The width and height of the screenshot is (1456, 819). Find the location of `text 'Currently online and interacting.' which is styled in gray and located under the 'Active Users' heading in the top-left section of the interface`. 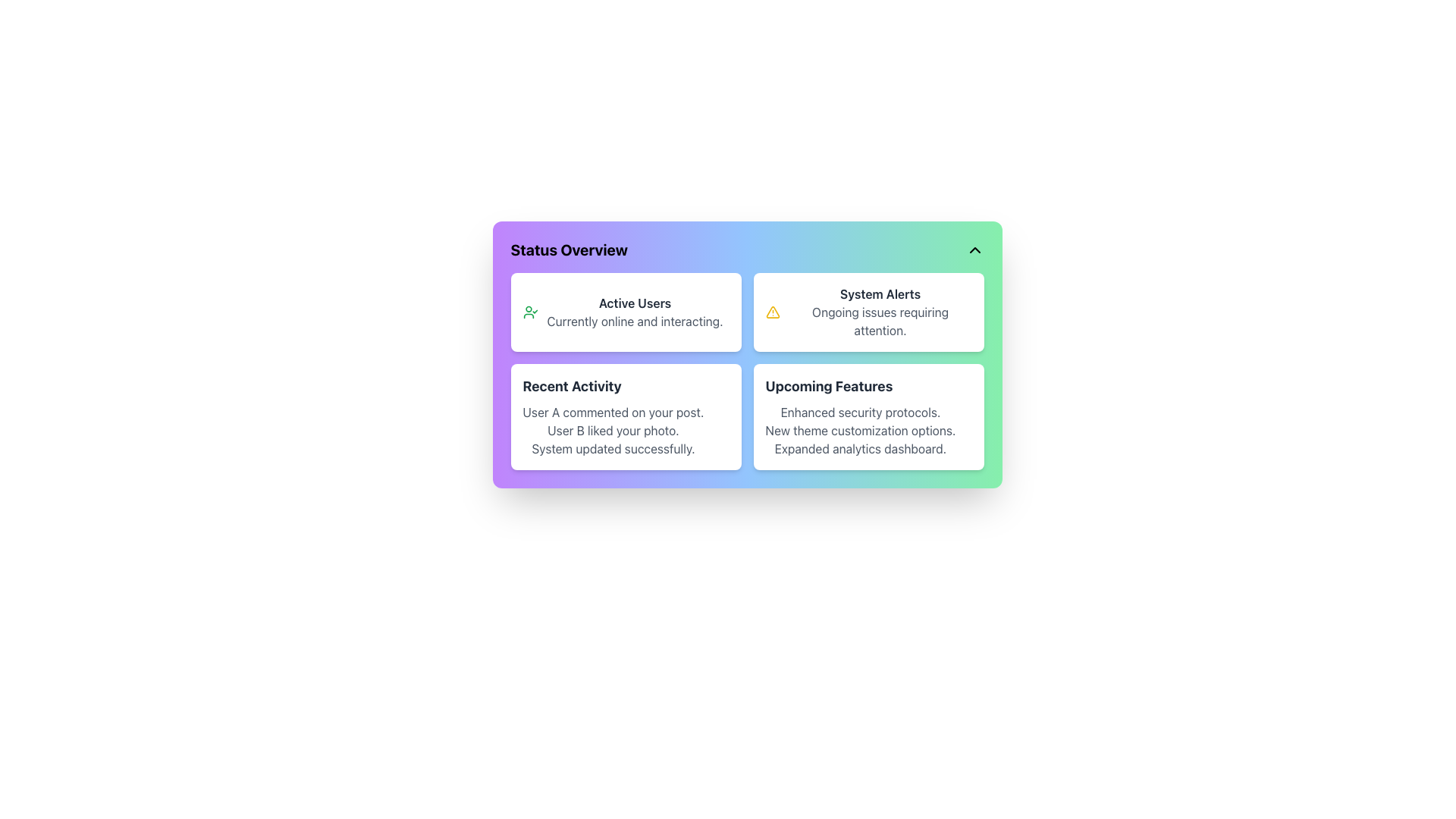

text 'Currently online and interacting.' which is styled in gray and located under the 'Active Users' heading in the top-left section of the interface is located at coordinates (635, 321).